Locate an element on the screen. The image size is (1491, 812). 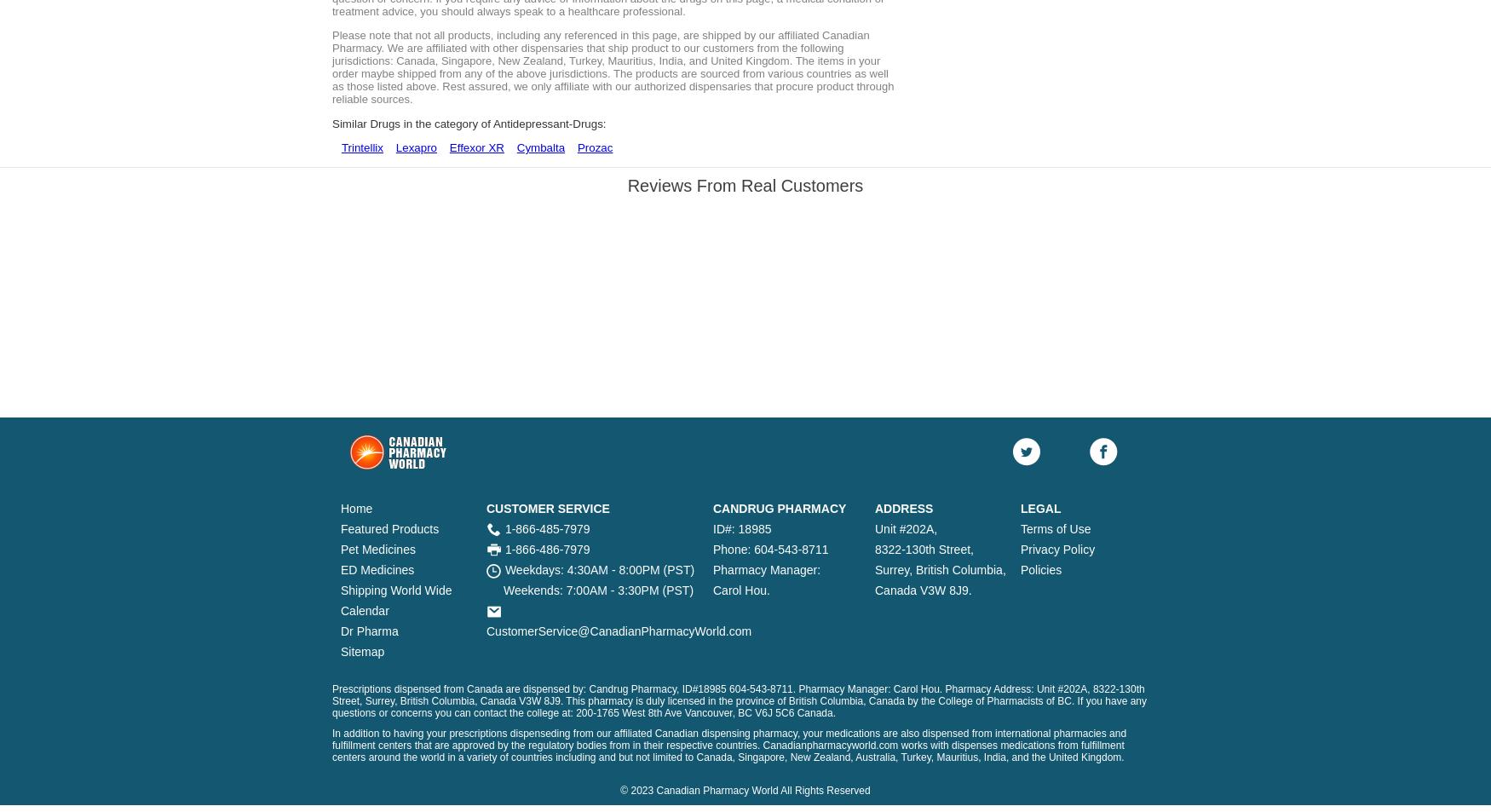
'Pet Medicines' is located at coordinates (377, 549).